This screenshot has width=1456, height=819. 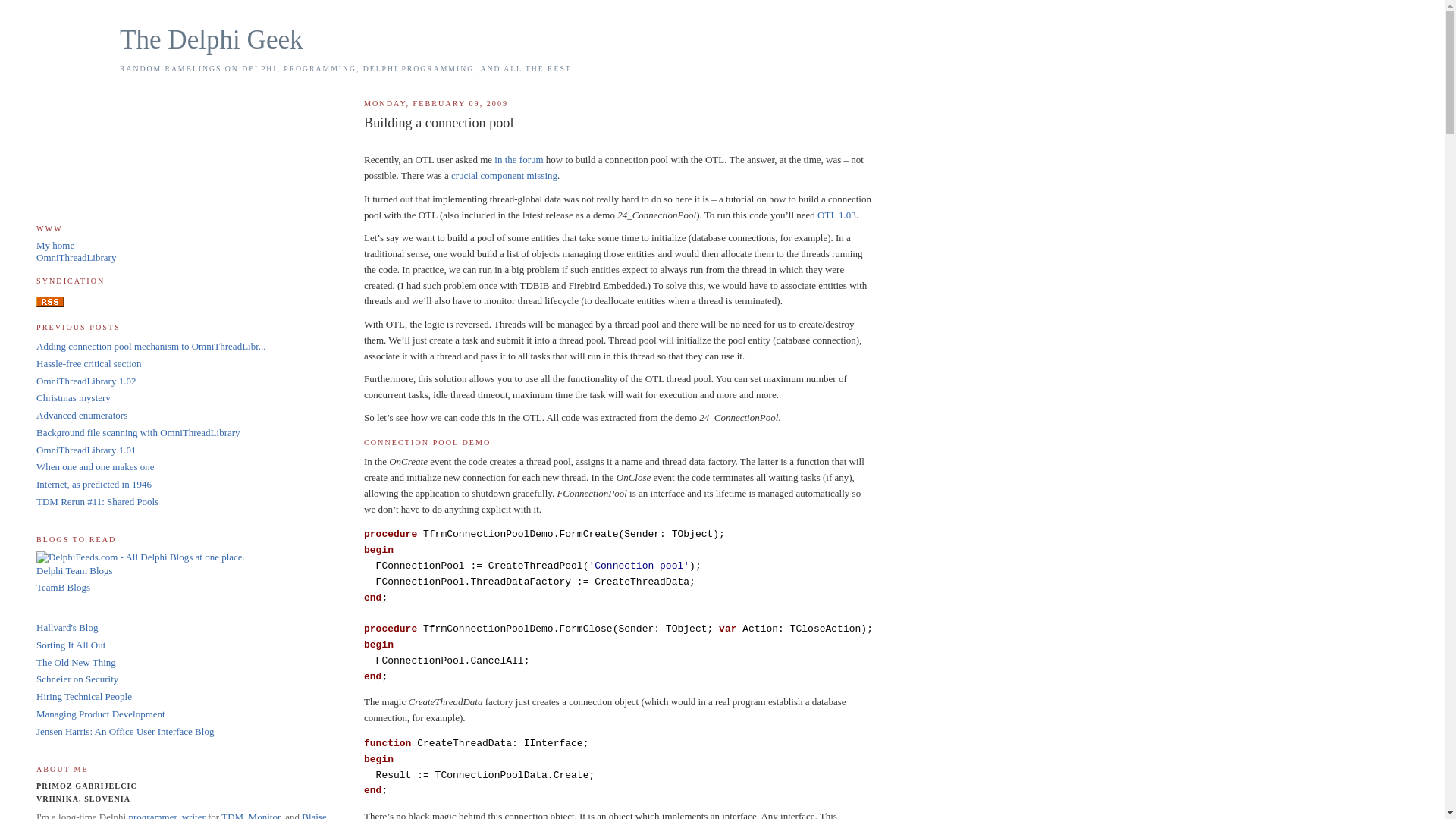 I want to click on 'Hiring Technical People', so click(x=83, y=696).